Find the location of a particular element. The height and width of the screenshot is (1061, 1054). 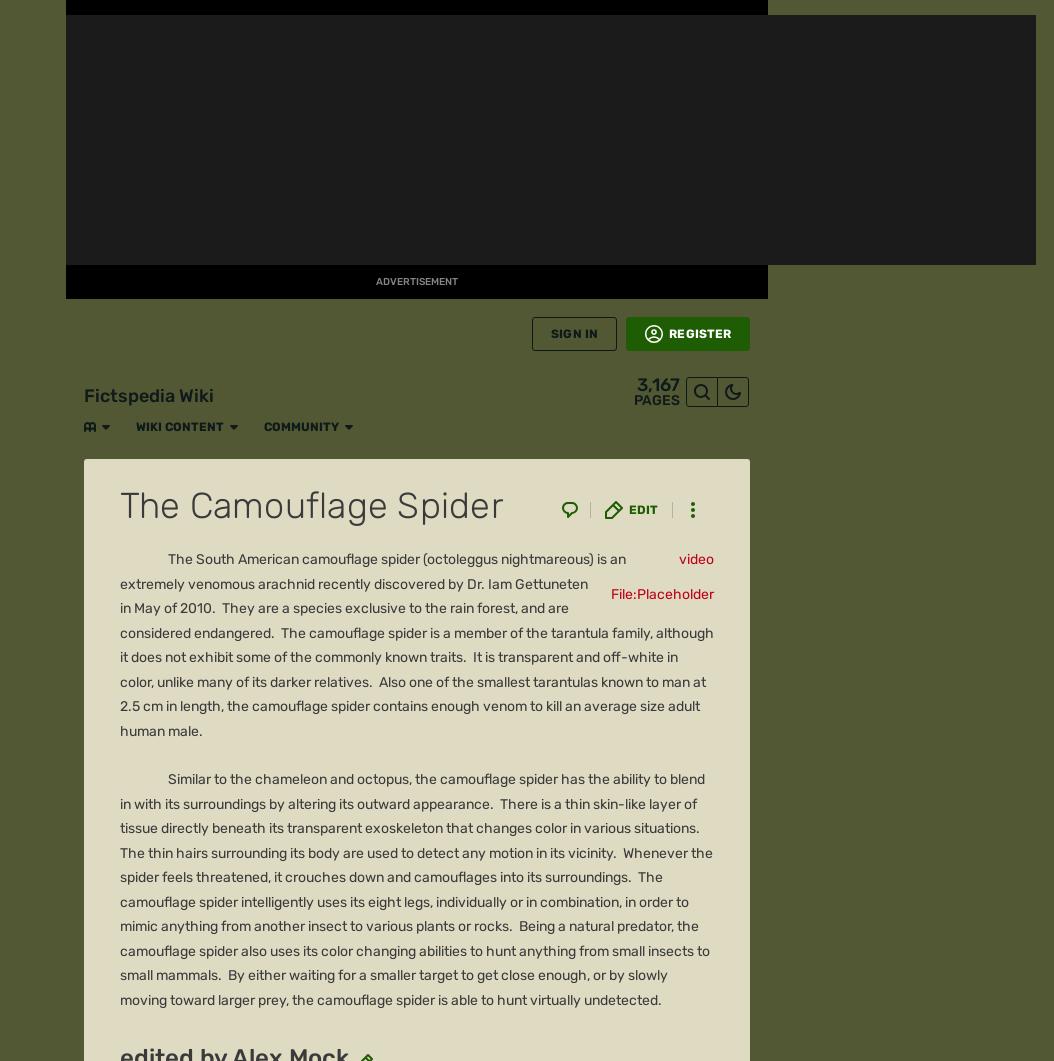

'3' is located at coordinates (150, 305).